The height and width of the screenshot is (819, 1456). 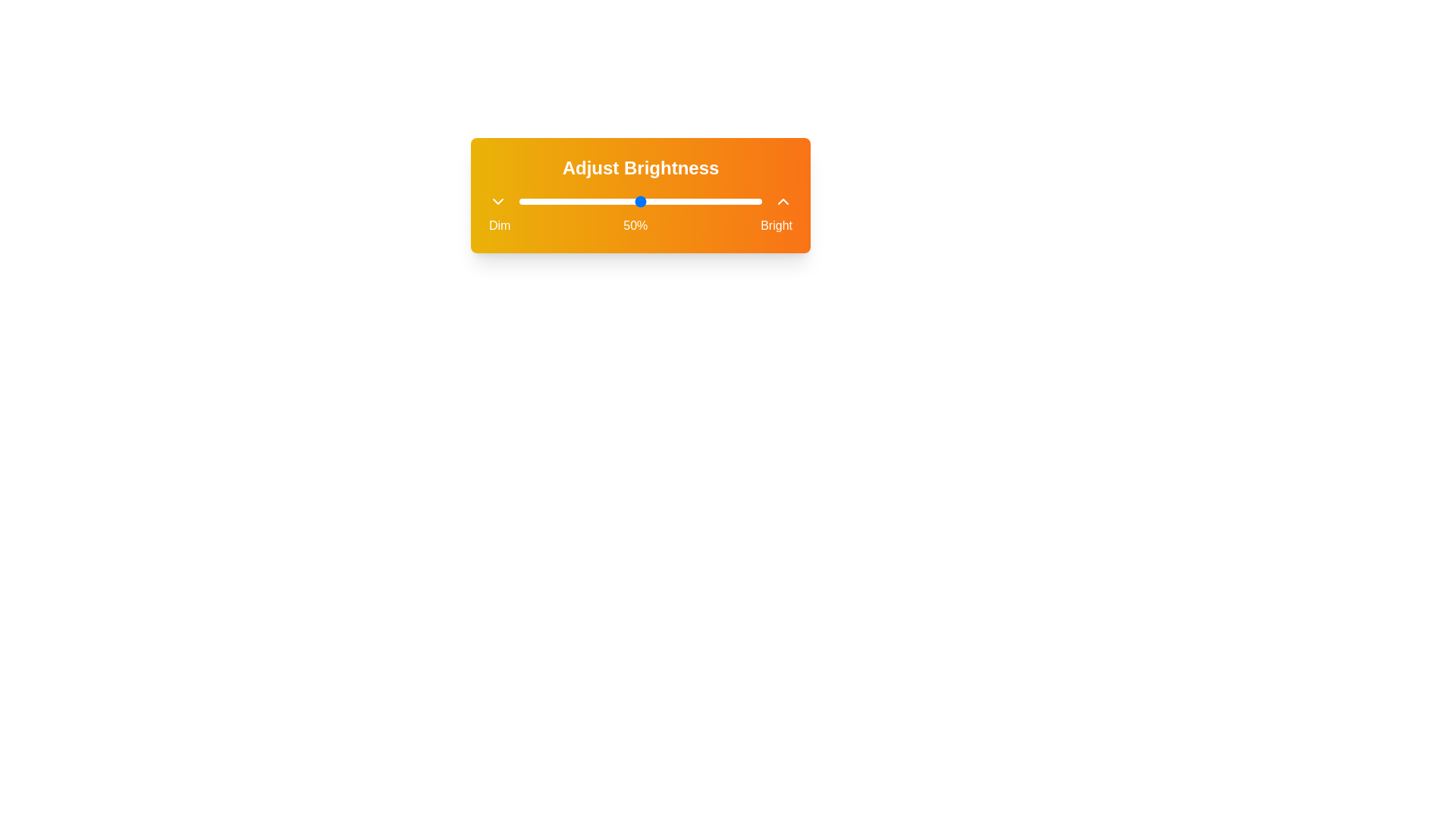 What do you see at coordinates (703, 201) in the screenshot?
I see `brightness` at bounding box center [703, 201].